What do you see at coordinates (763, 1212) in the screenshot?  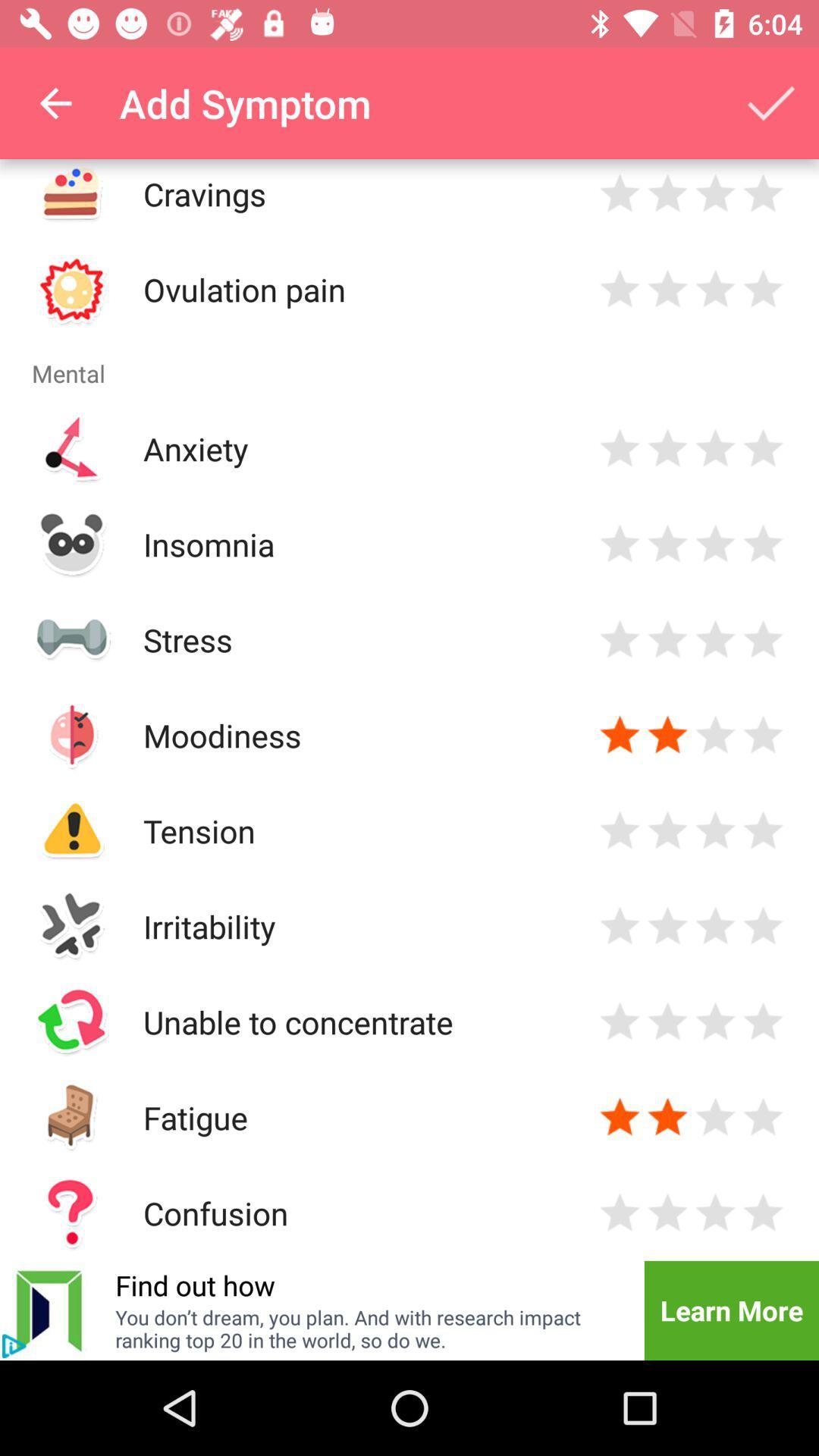 I see `extreme memory loss` at bounding box center [763, 1212].